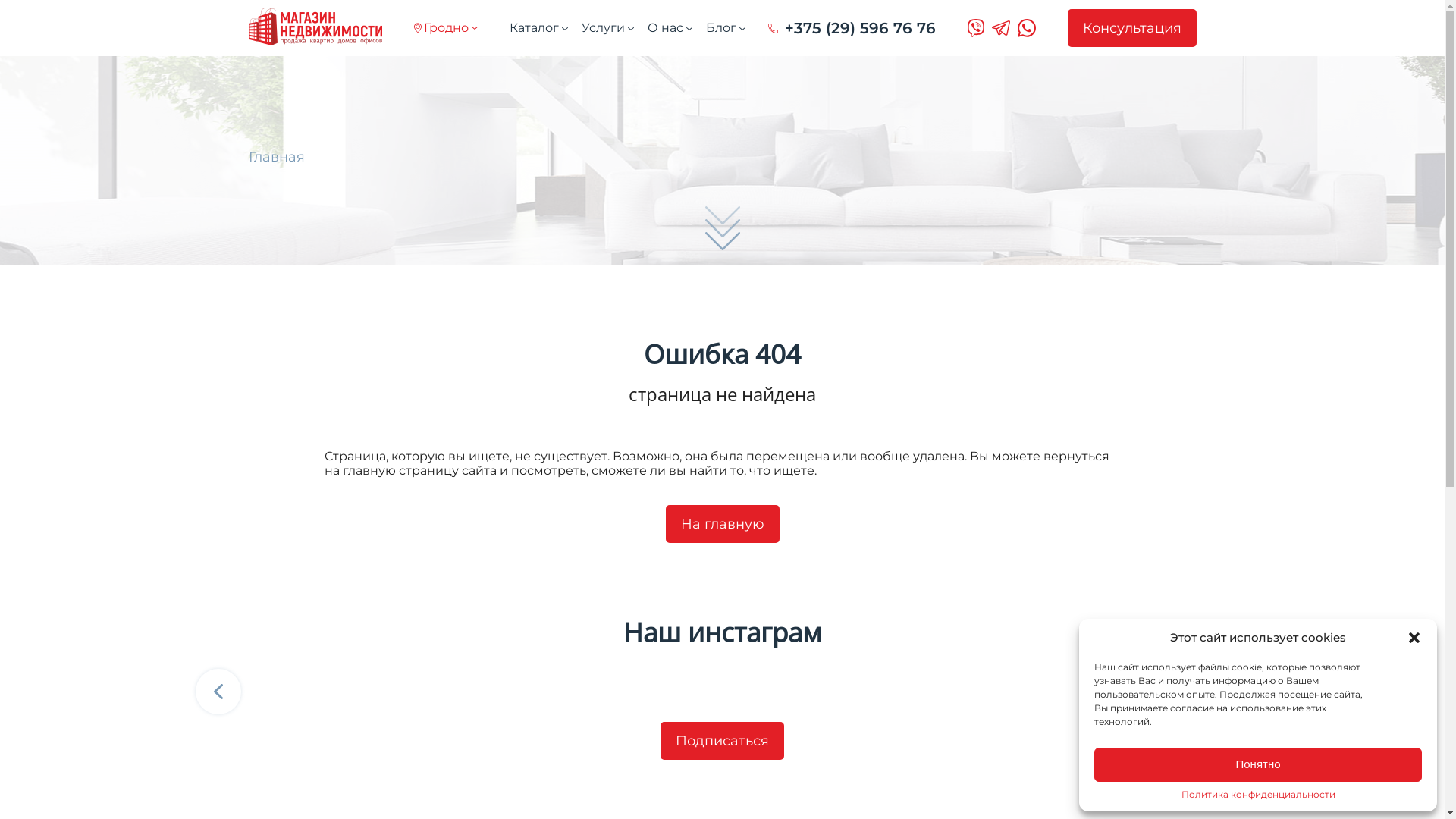  I want to click on '+375 (29) 596 76 76', so click(851, 28).